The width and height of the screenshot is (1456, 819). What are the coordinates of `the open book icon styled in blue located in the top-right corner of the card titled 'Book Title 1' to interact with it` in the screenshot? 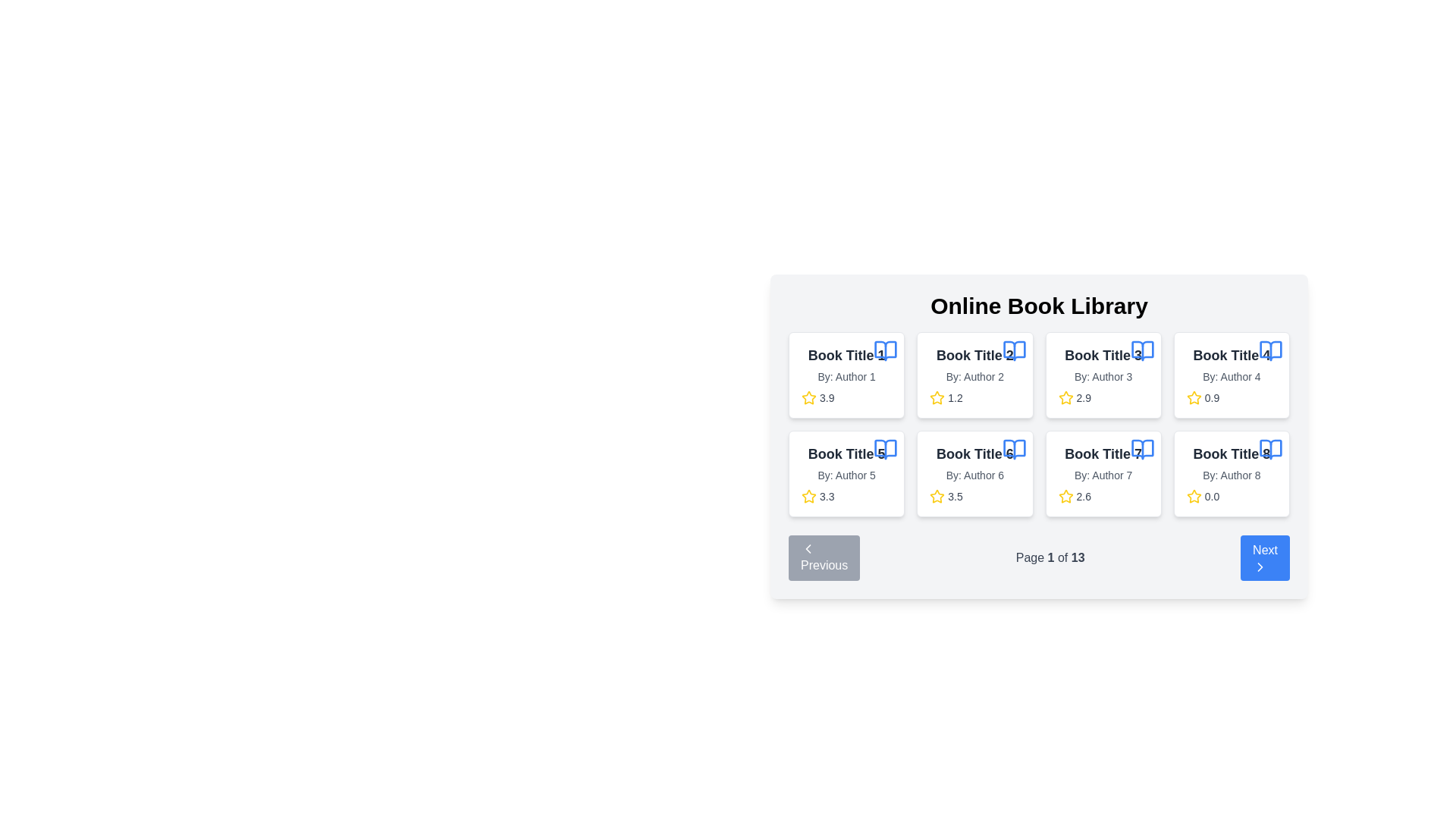 It's located at (886, 350).